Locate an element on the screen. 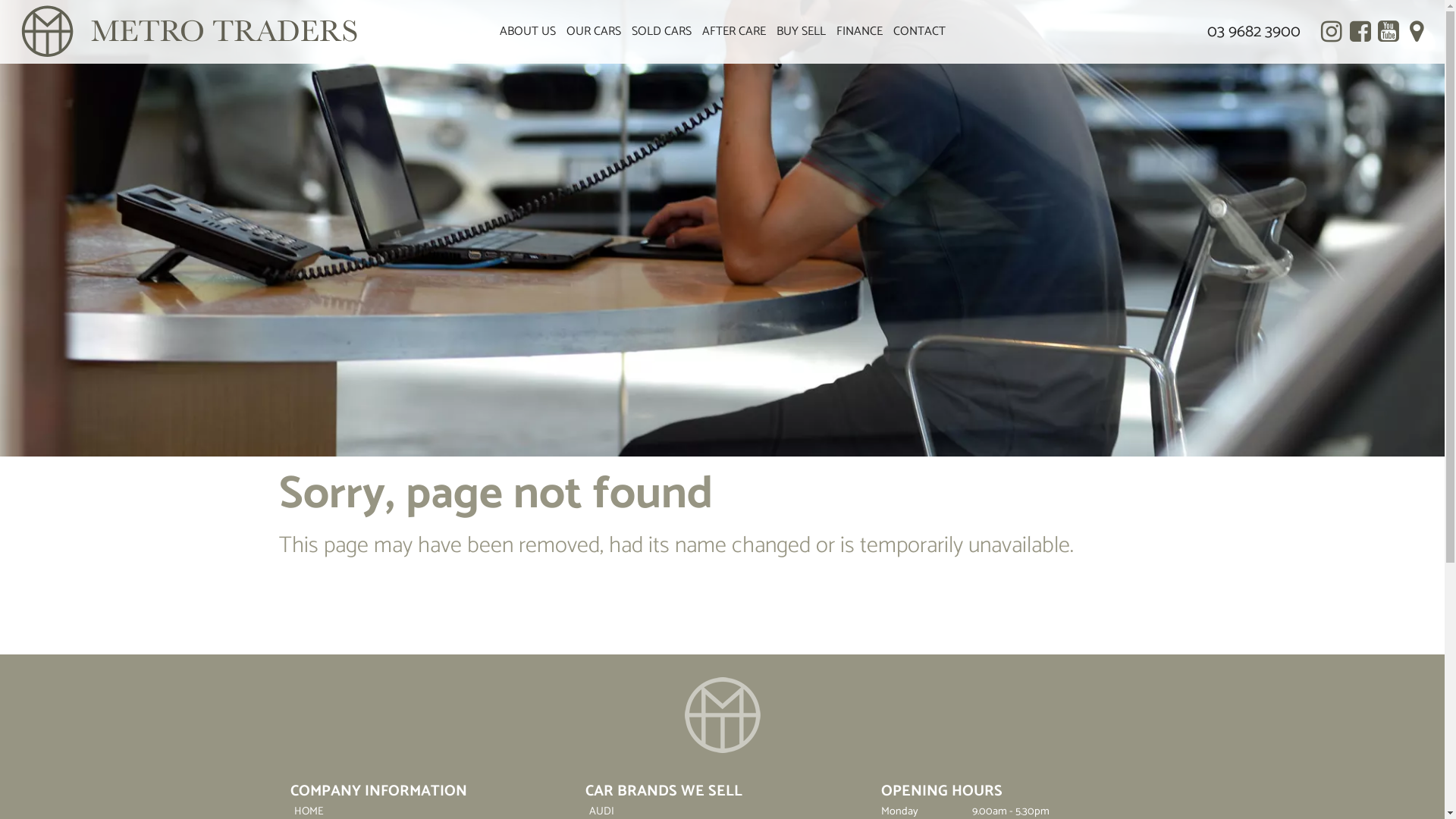 The image size is (1456, 819). 'ABOUT US' is located at coordinates (528, 32).